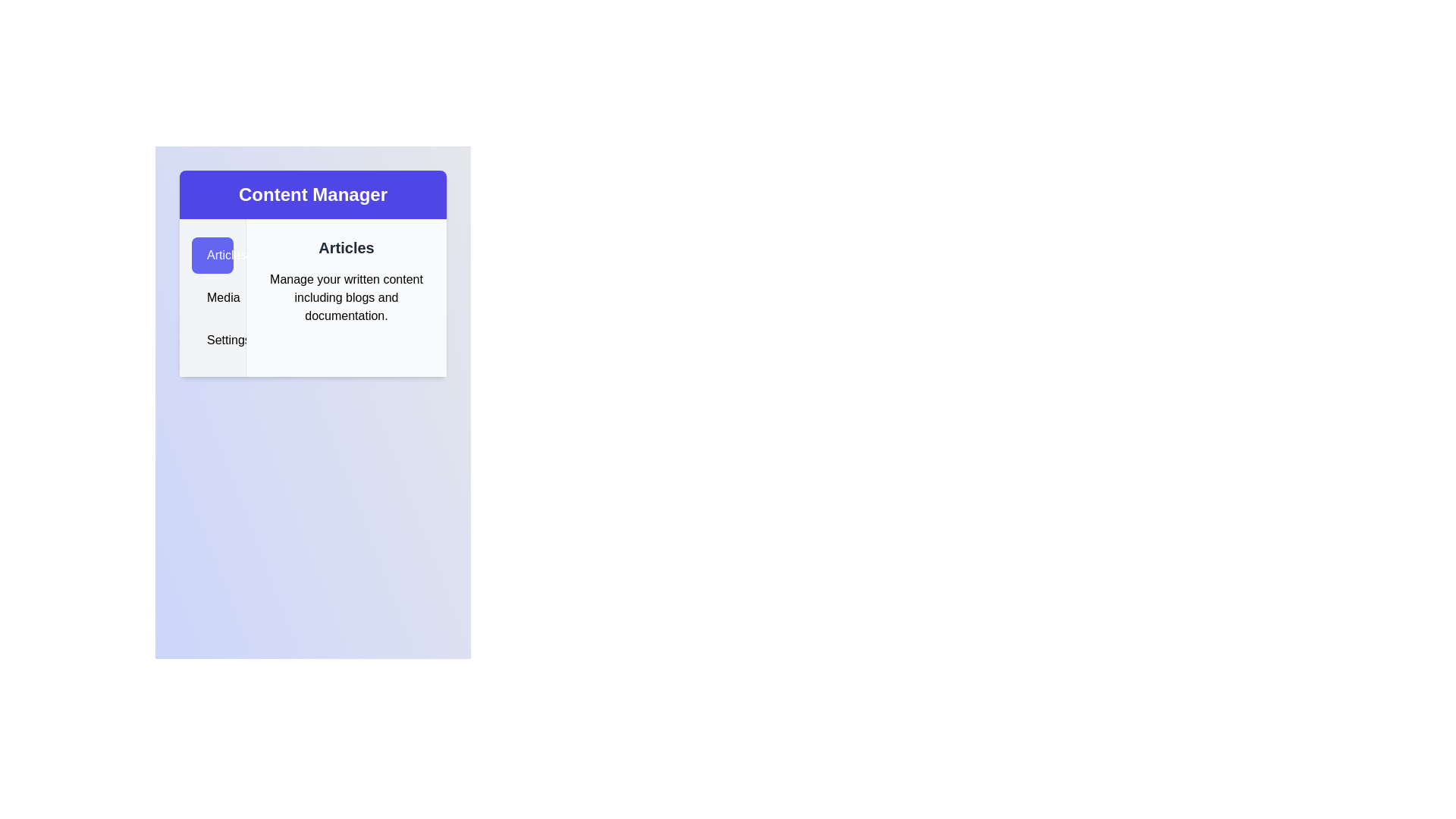 The height and width of the screenshot is (819, 1456). What do you see at coordinates (212, 298) in the screenshot?
I see `the Media tab` at bounding box center [212, 298].